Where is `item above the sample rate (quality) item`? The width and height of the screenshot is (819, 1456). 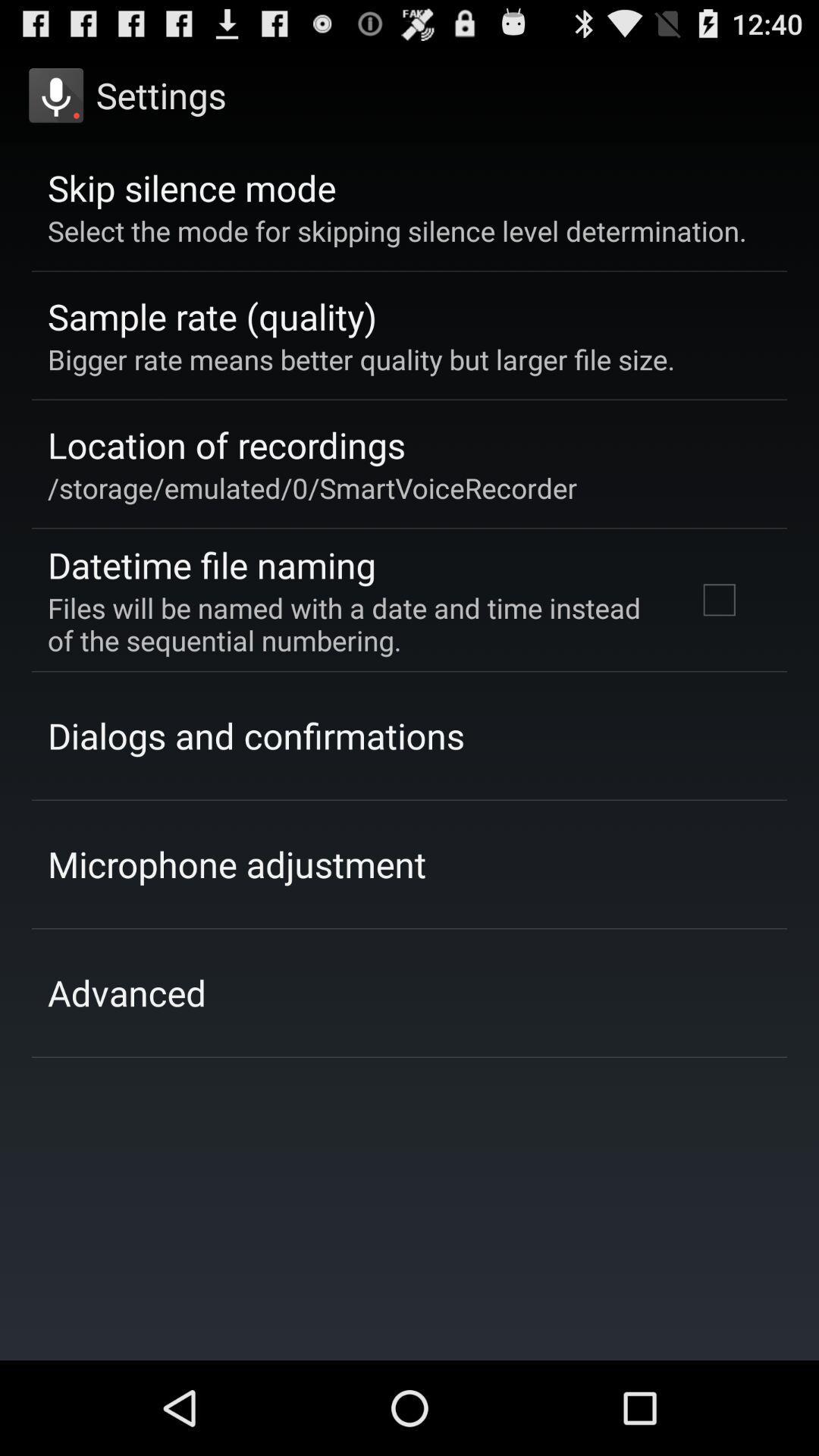 item above the sample rate (quality) item is located at coordinates (396, 230).